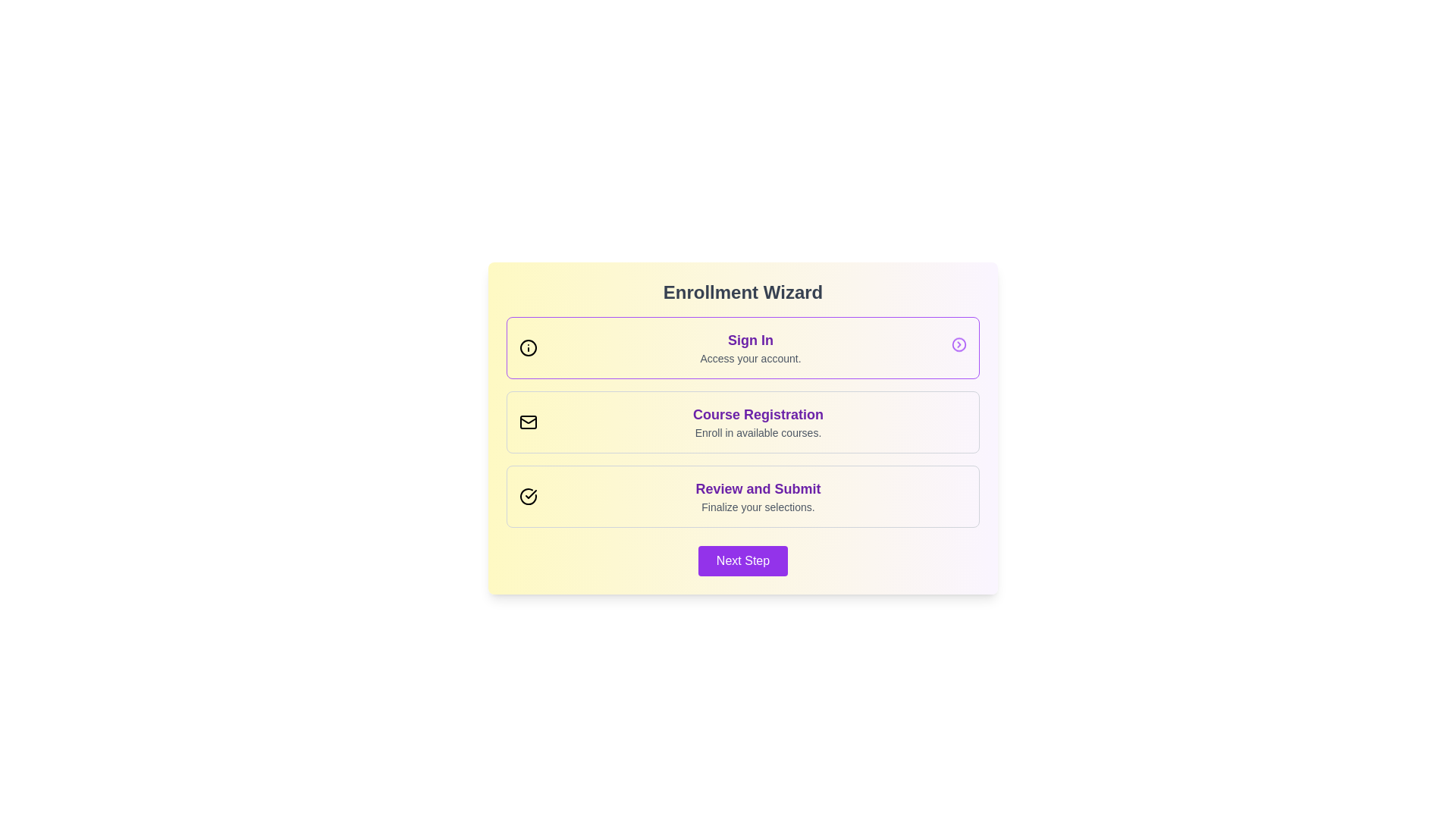 The height and width of the screenshot is (819, 1456). I want to click on the title text label for the first section of the enrollment process interface, which is centrally located within a panel with a purple border, so click(750, 339).